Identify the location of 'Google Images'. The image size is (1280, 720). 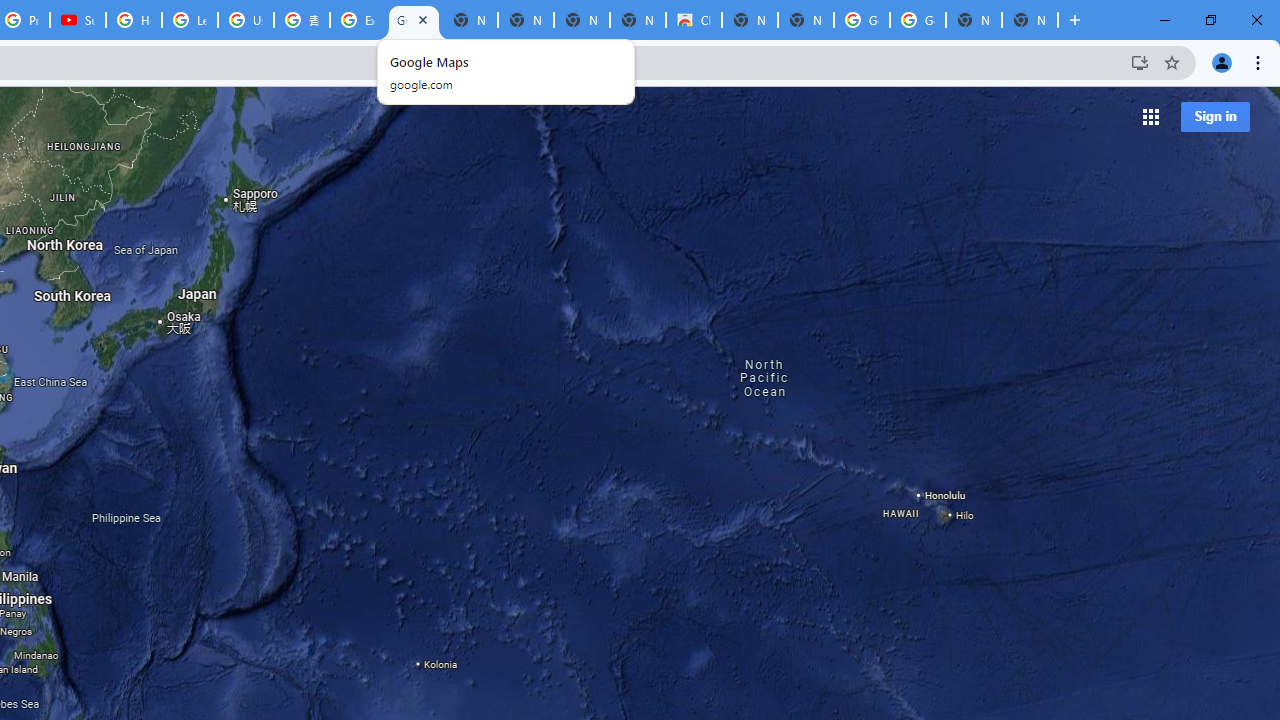
(862, 20).